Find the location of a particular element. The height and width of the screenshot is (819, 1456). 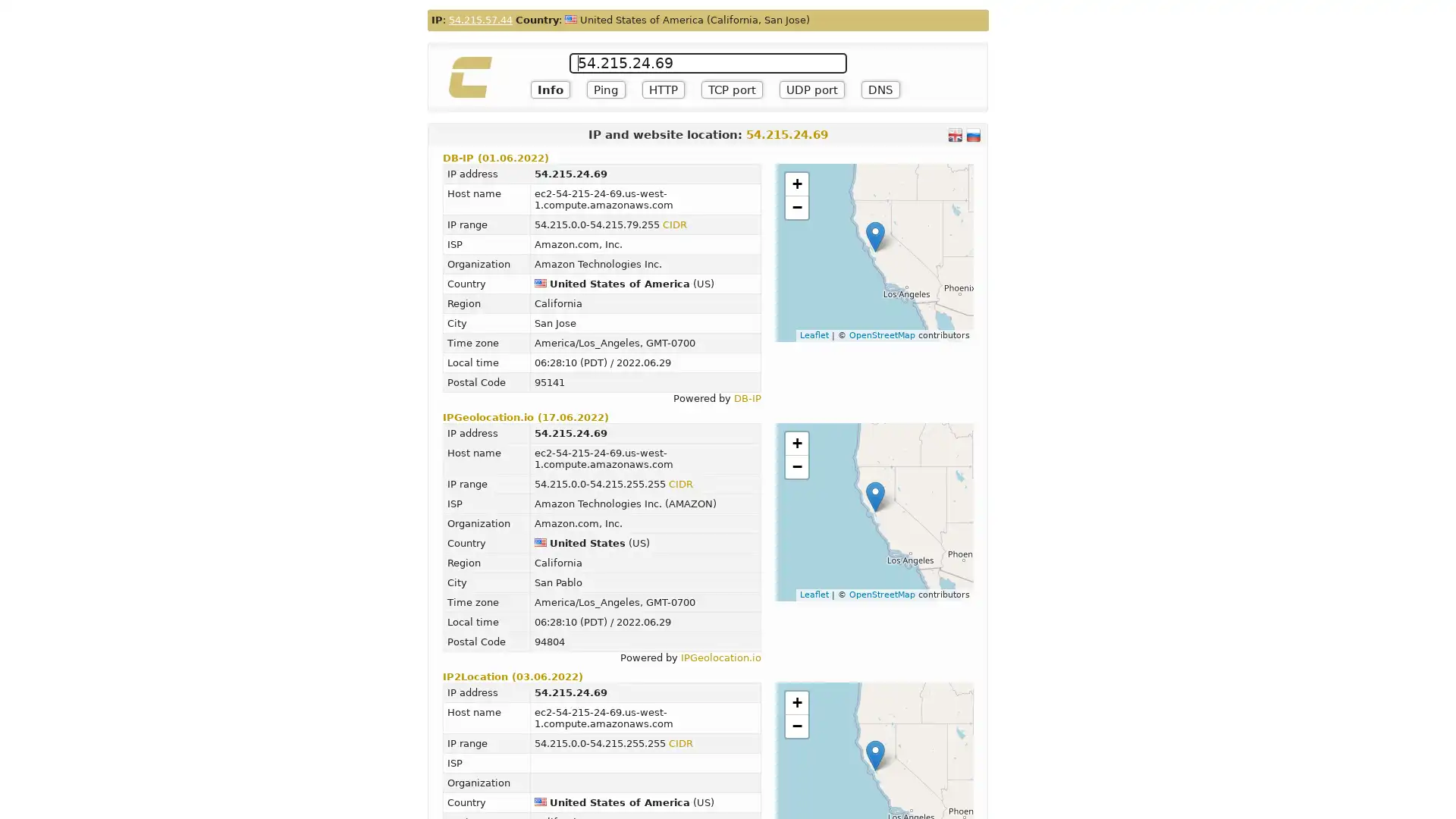

Zoom out is located at coordinates (796, 466).